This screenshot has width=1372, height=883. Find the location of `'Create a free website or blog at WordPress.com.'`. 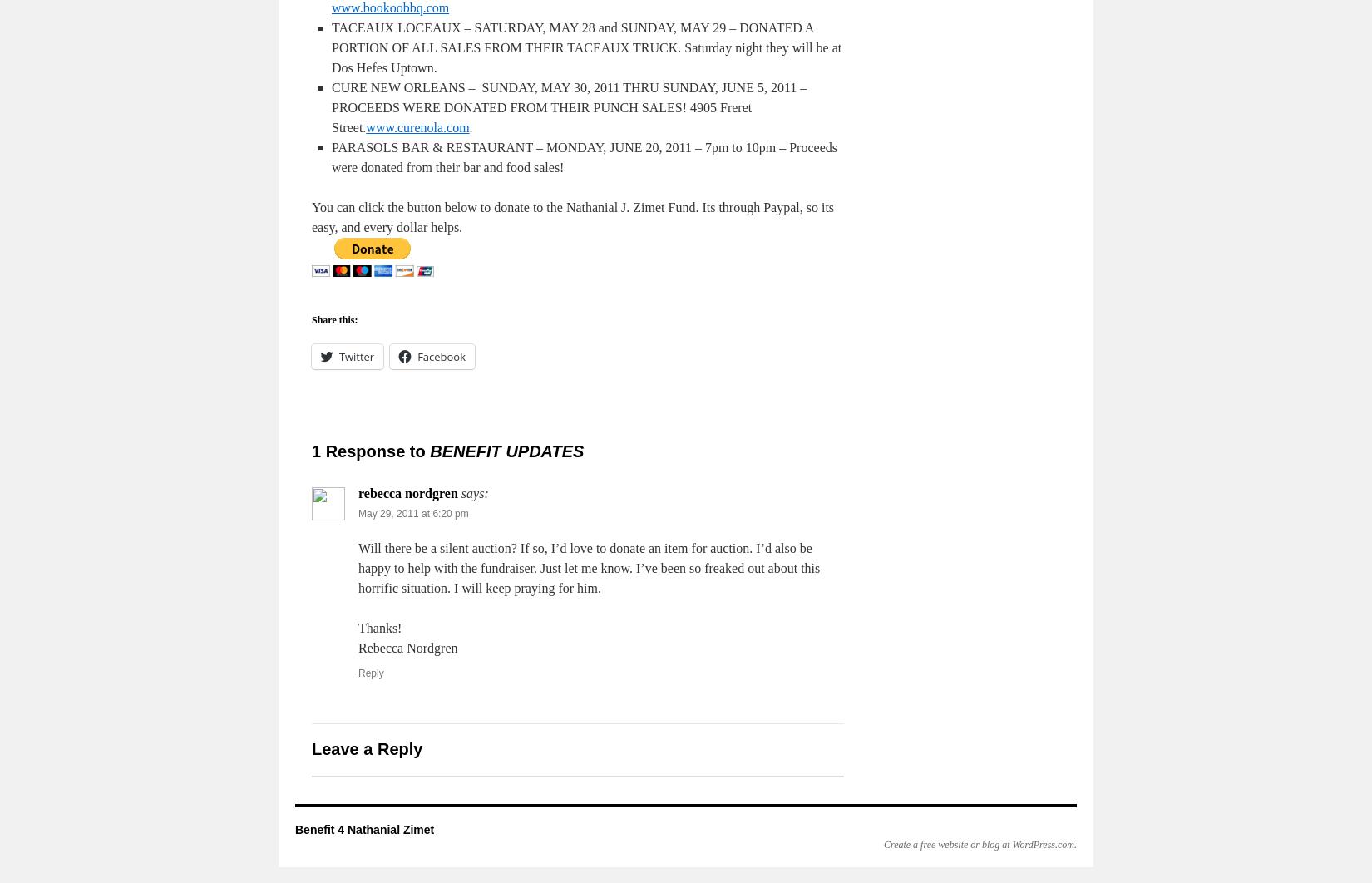

'Create a free website or blog at WordPress.com.' is located at coordinates (980, 844).